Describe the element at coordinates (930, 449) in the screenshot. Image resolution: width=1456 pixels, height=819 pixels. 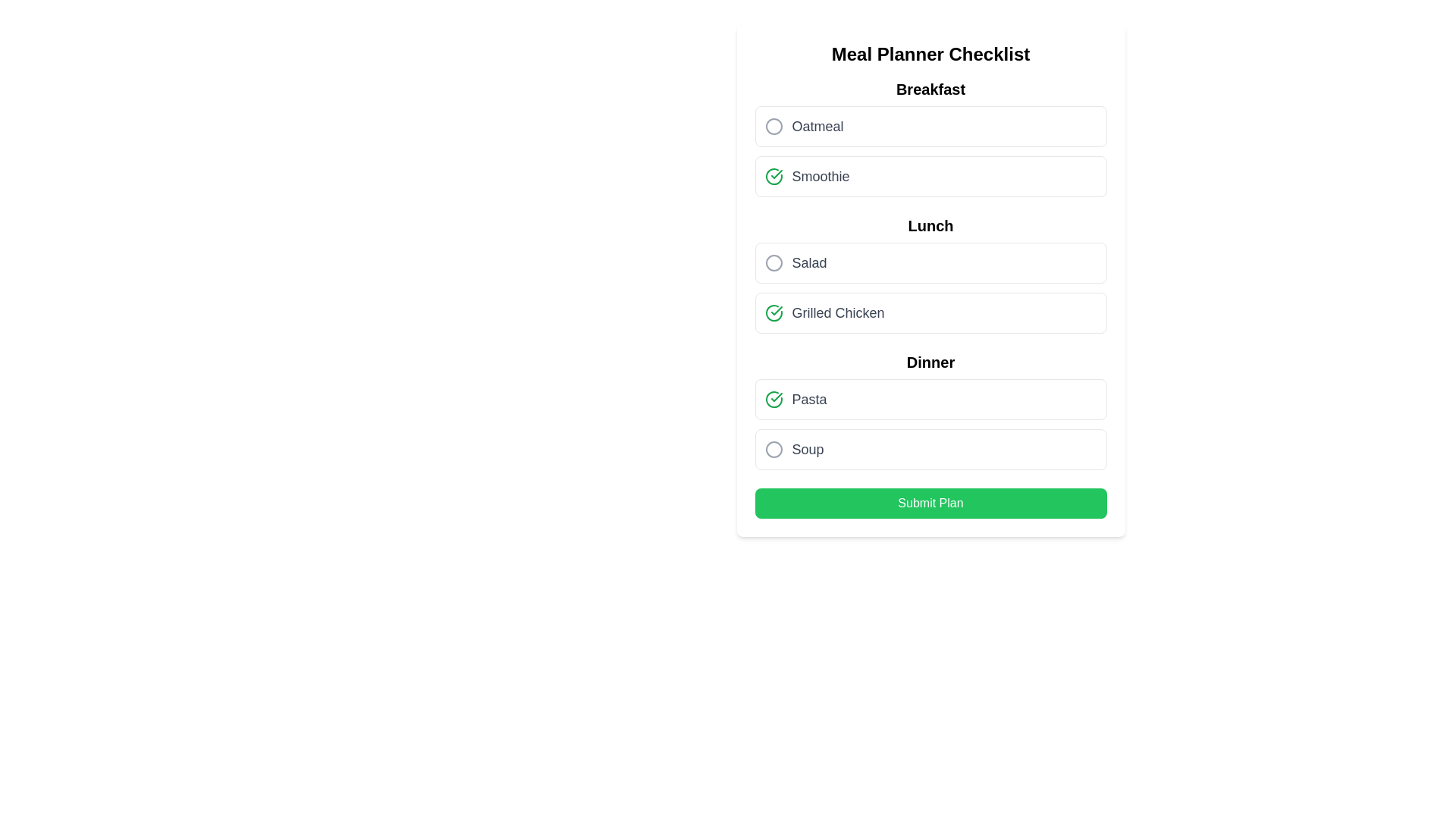
I see `the Checkbox list item labeled 'Soup' in the Dinner section of the Meal Planner Checklist` at that location.